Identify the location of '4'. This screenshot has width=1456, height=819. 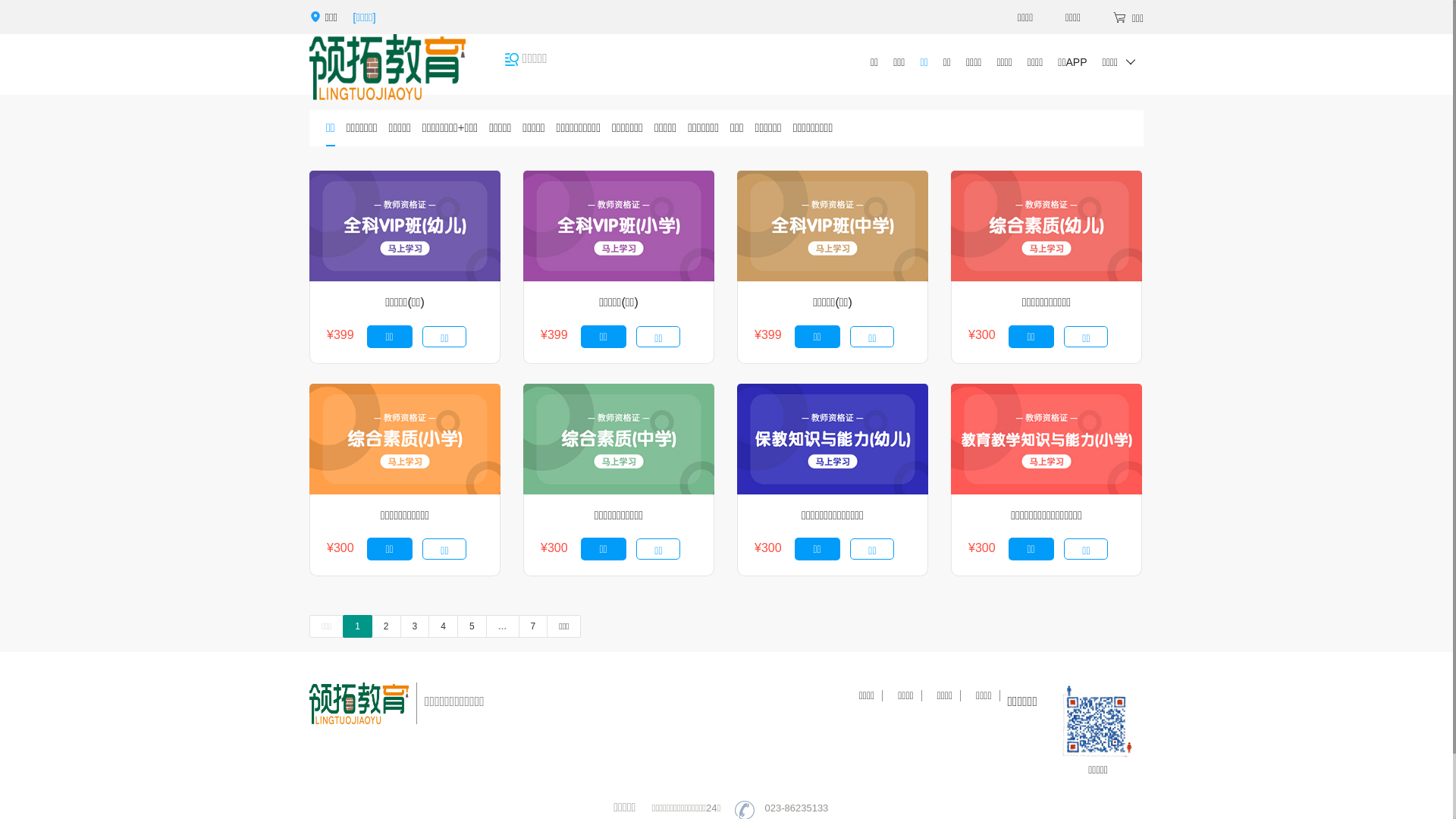
(442, 626).